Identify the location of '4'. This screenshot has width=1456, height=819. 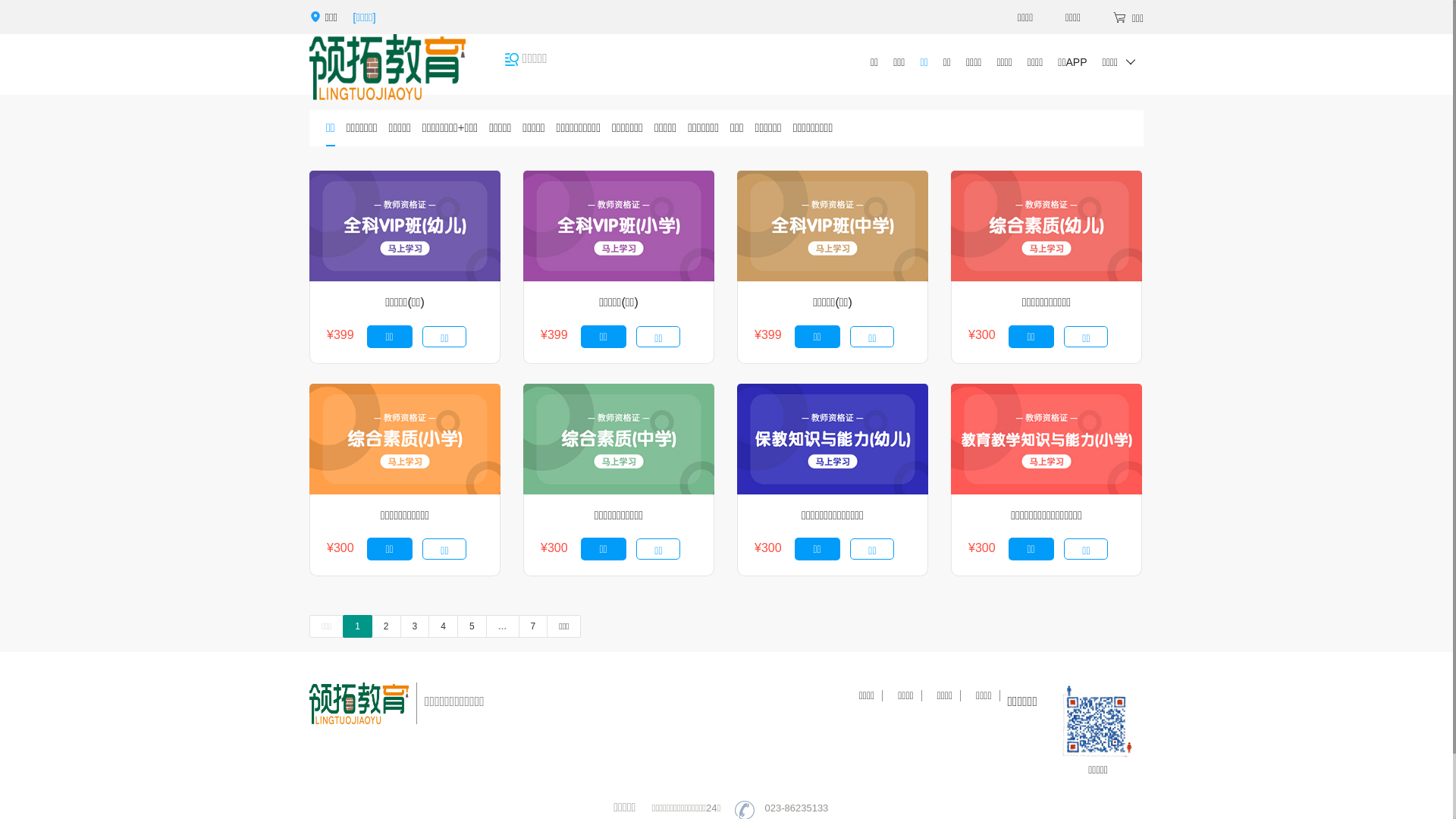
(442, 626).